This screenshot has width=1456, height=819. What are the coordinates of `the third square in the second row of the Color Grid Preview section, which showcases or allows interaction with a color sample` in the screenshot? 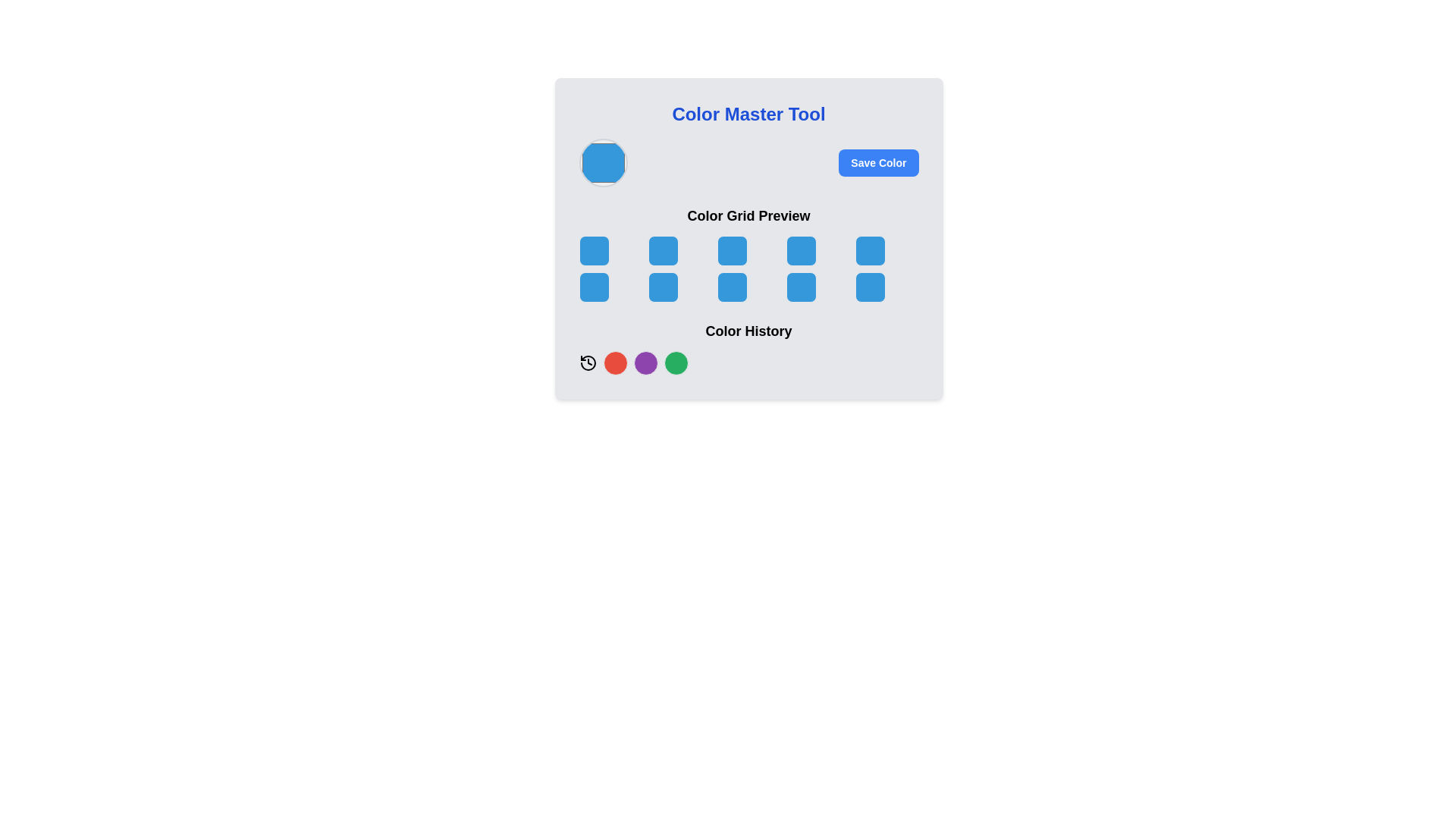 It's located at (732, 287).